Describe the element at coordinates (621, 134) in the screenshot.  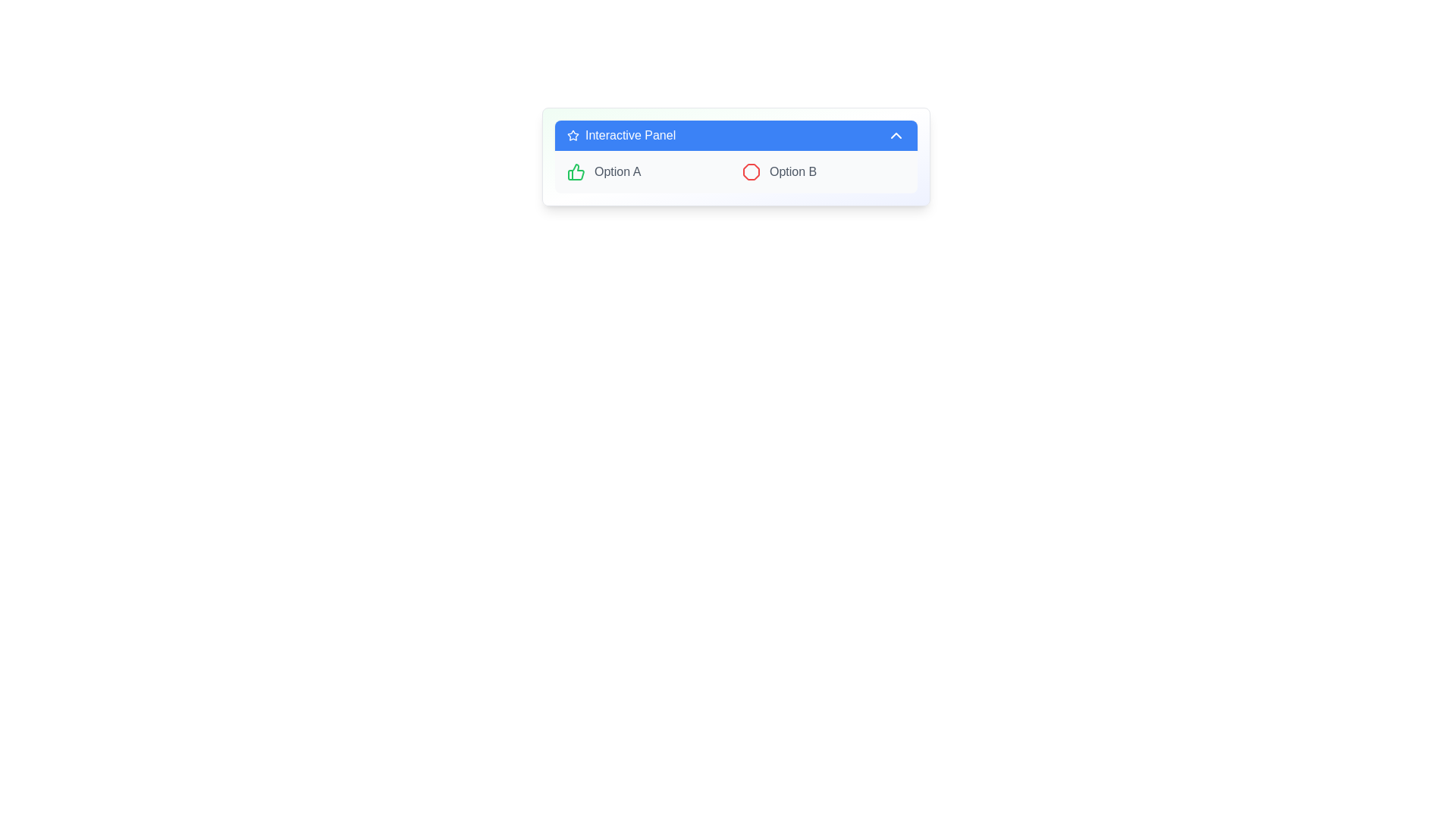
I see `on the header element labeled 'Interactive Panel' with a star icon on the left, located in the blue rectangular area at the top of the section` at that location.